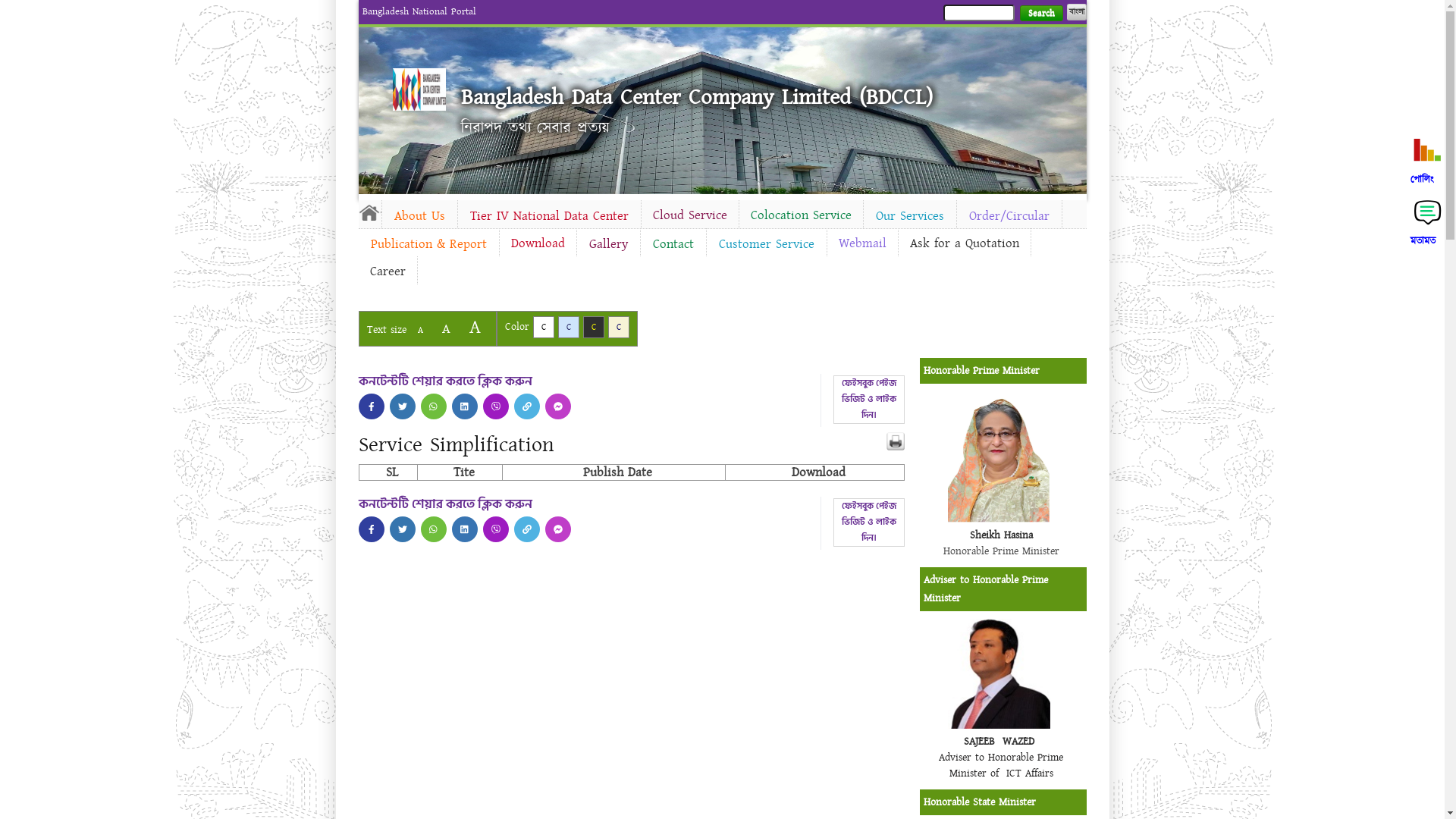 This screenshot has width=1456, height=819. What do you see at coordinates (619, 326) in the screenshot?
I see `'C'` at bounding box center [619, 326].